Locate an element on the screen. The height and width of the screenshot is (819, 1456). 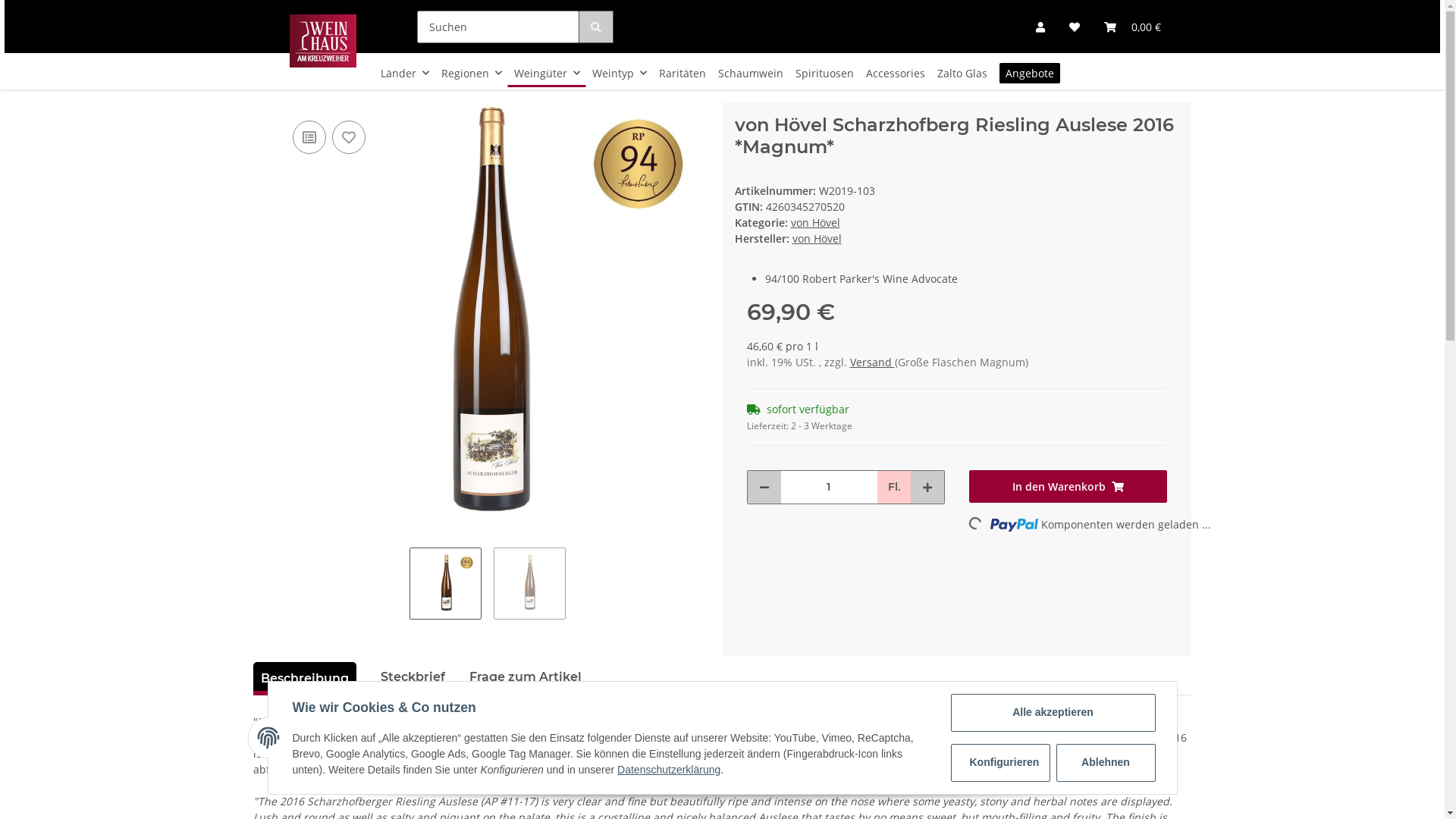
'Beschreibung' is located at coordinates (304, 677).